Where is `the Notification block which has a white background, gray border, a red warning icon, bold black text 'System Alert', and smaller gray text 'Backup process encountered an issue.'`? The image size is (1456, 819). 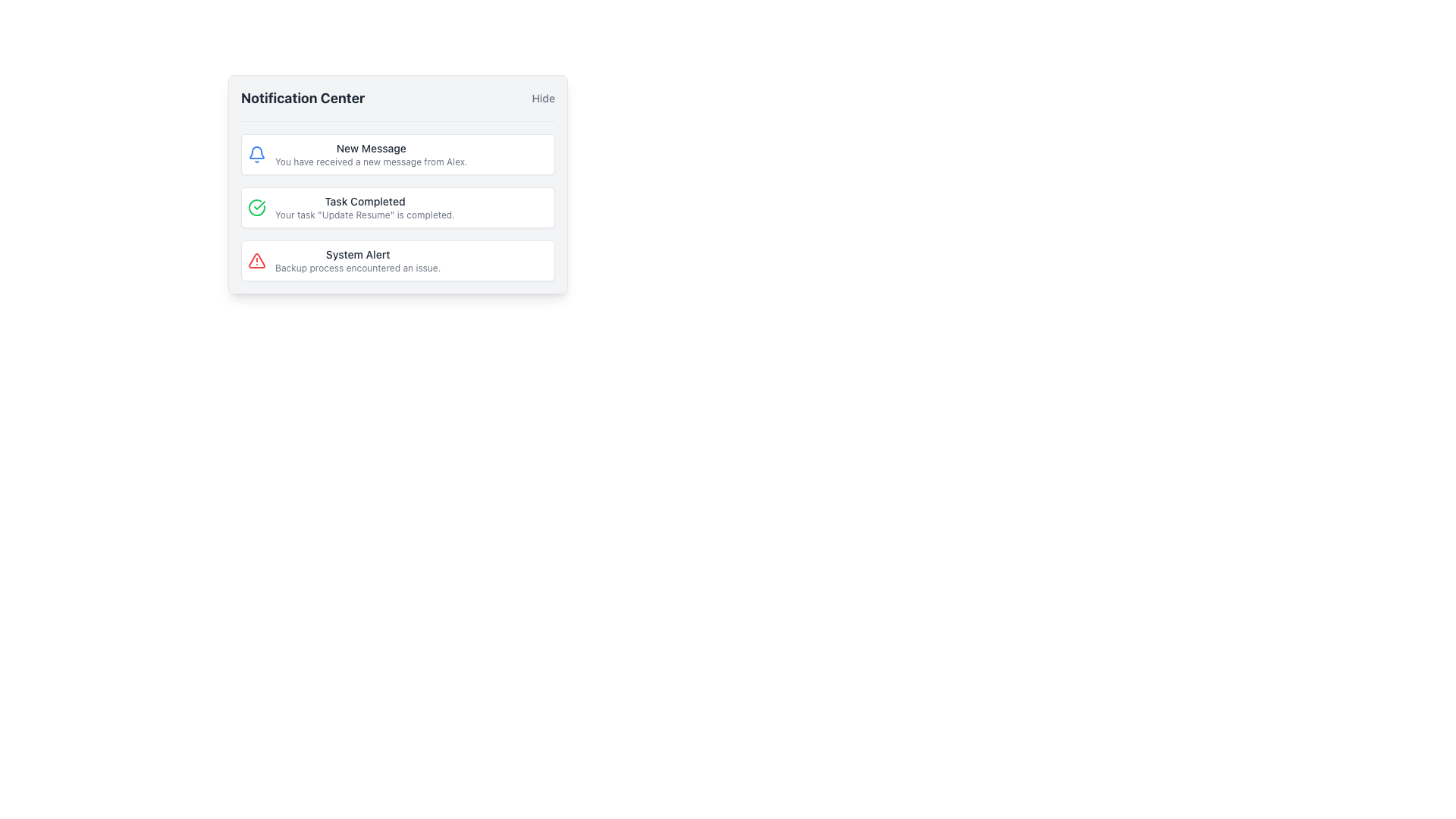 the Notification block which has a white background, gray border, a red warning icon, bold black text 'System Alert', and smaller gray text 'Backup process encountered an issue.' is located at coordinates (397, 259).